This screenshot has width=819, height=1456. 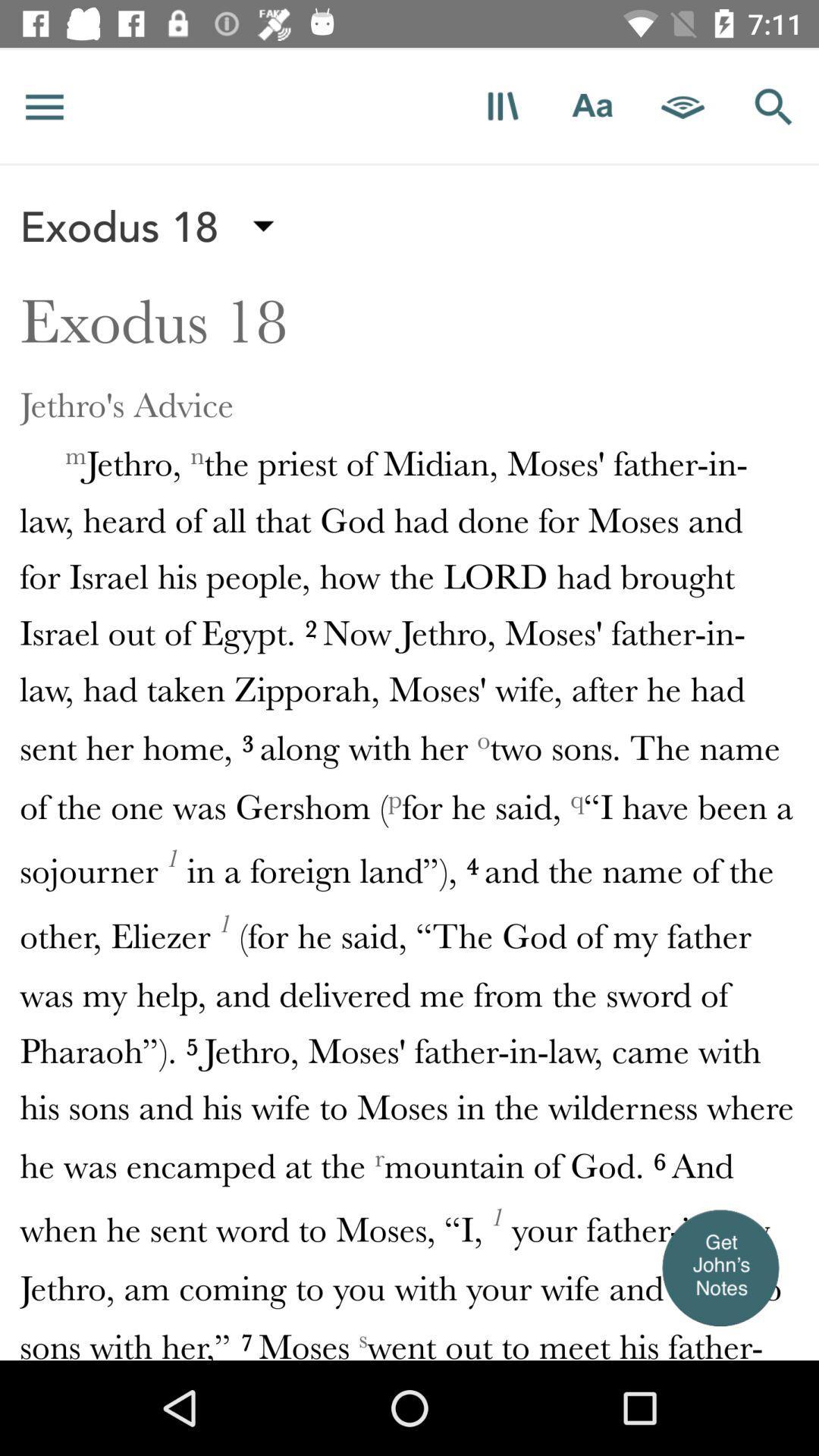 What do you see at coordinates (44, 105) in the screenshot?
I see `site index` at bounding box center [44, 105].